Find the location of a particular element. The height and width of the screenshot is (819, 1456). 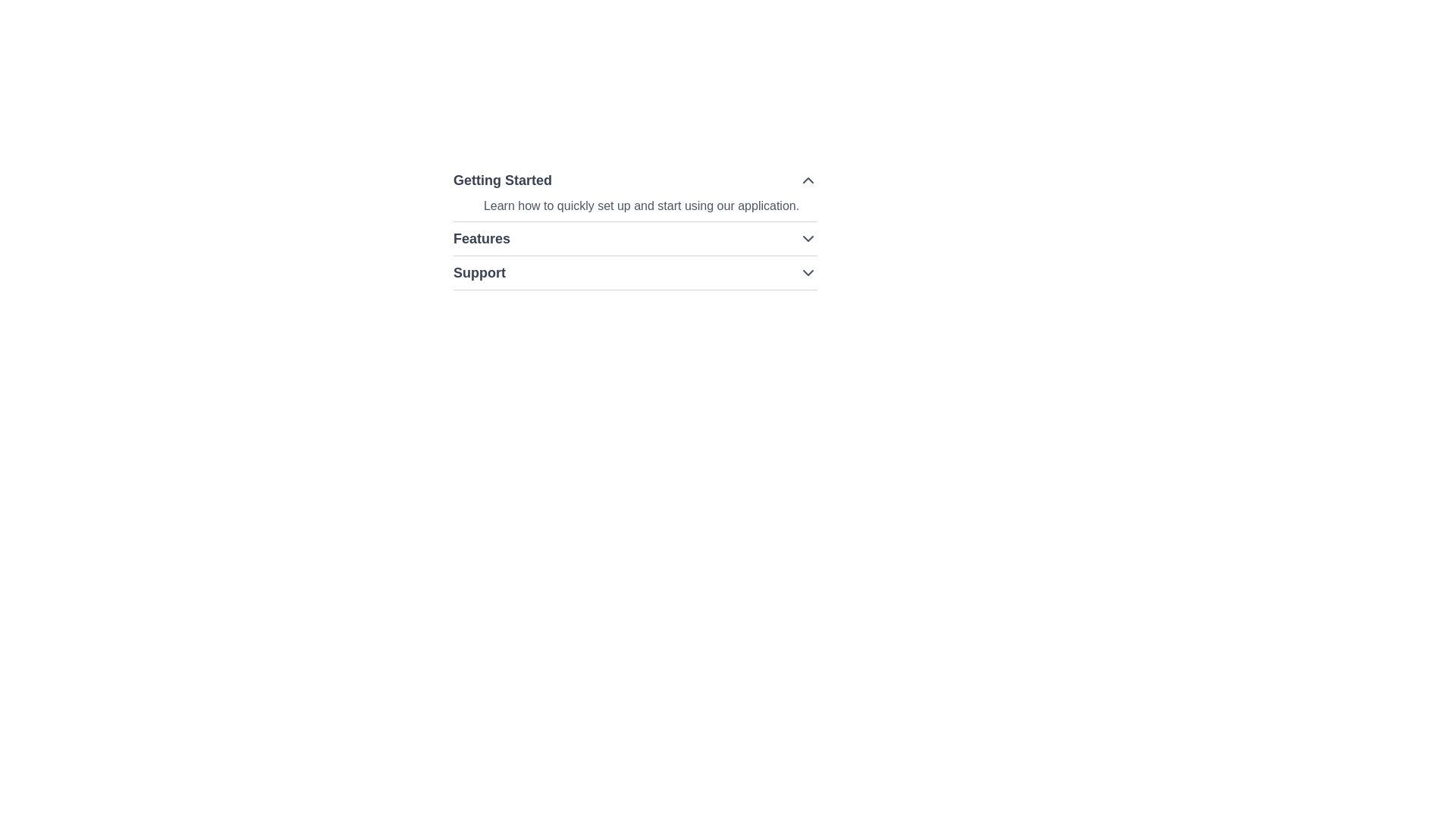

the Chevron indicator icon (downward arrow) on the right side of the 'Support' row is located at coordinates (807, 271).